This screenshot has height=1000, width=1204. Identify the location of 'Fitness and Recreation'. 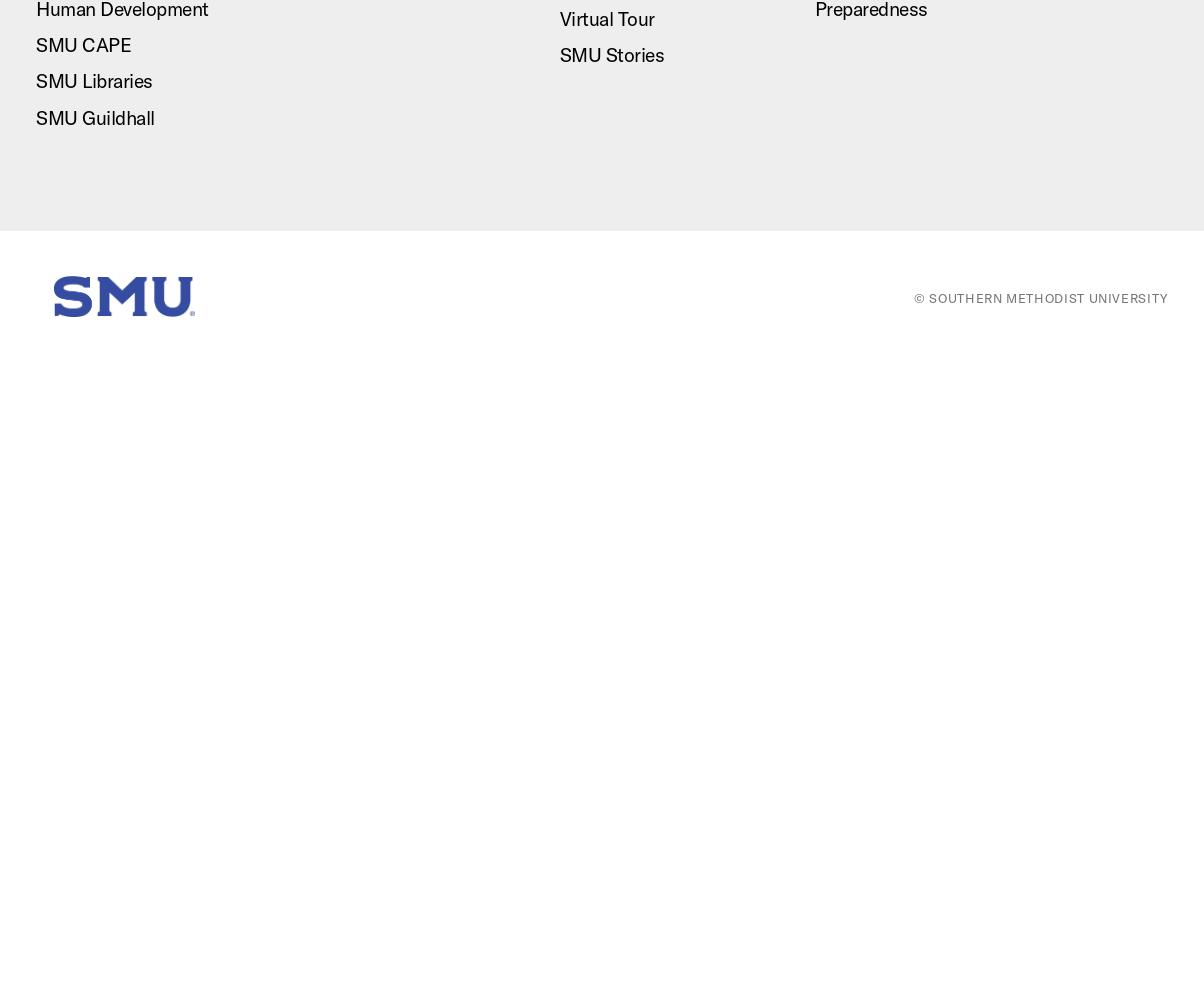
(1001, 16).